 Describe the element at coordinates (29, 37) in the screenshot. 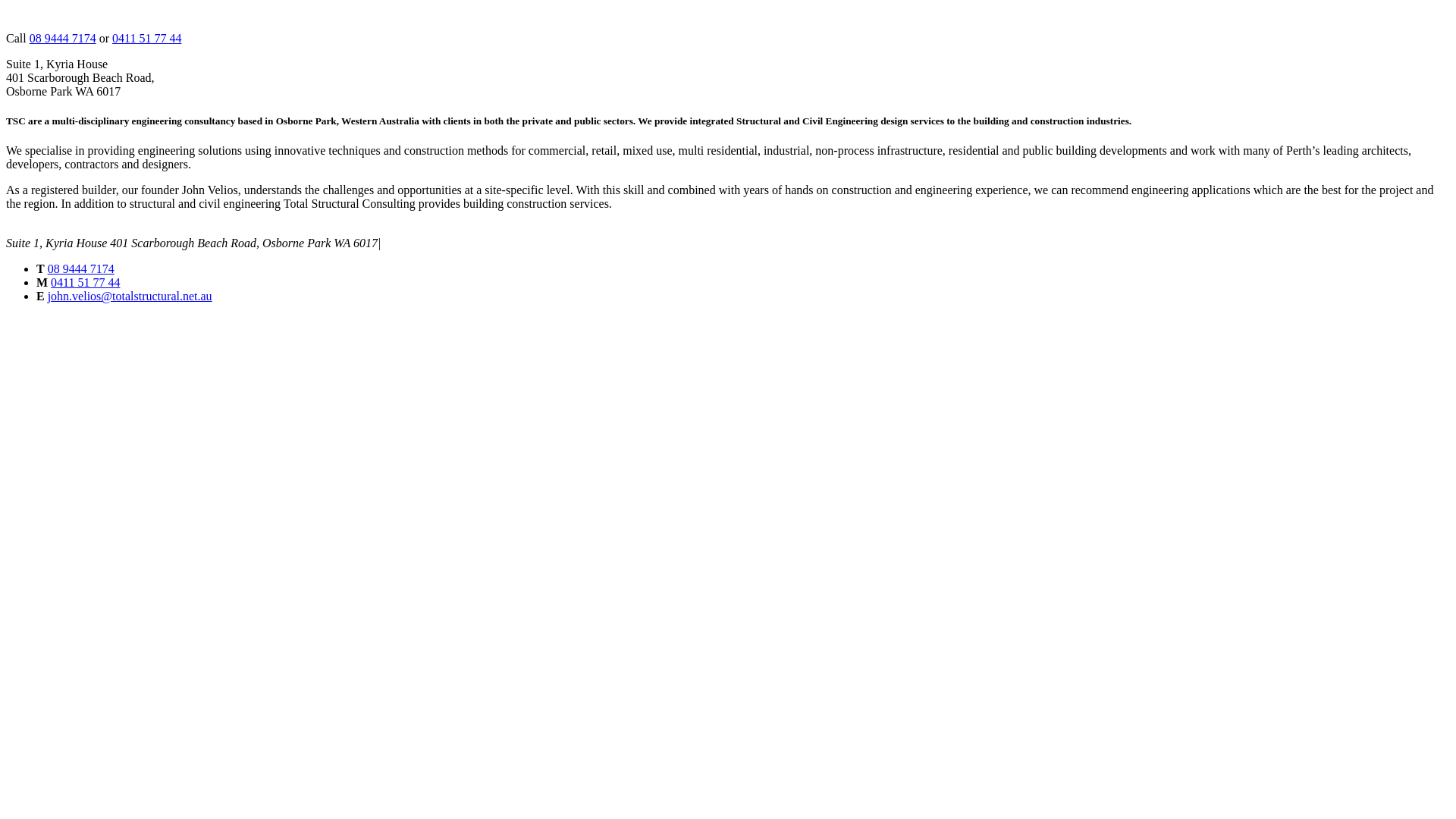

I see `'08 9444 7174'` at that location.